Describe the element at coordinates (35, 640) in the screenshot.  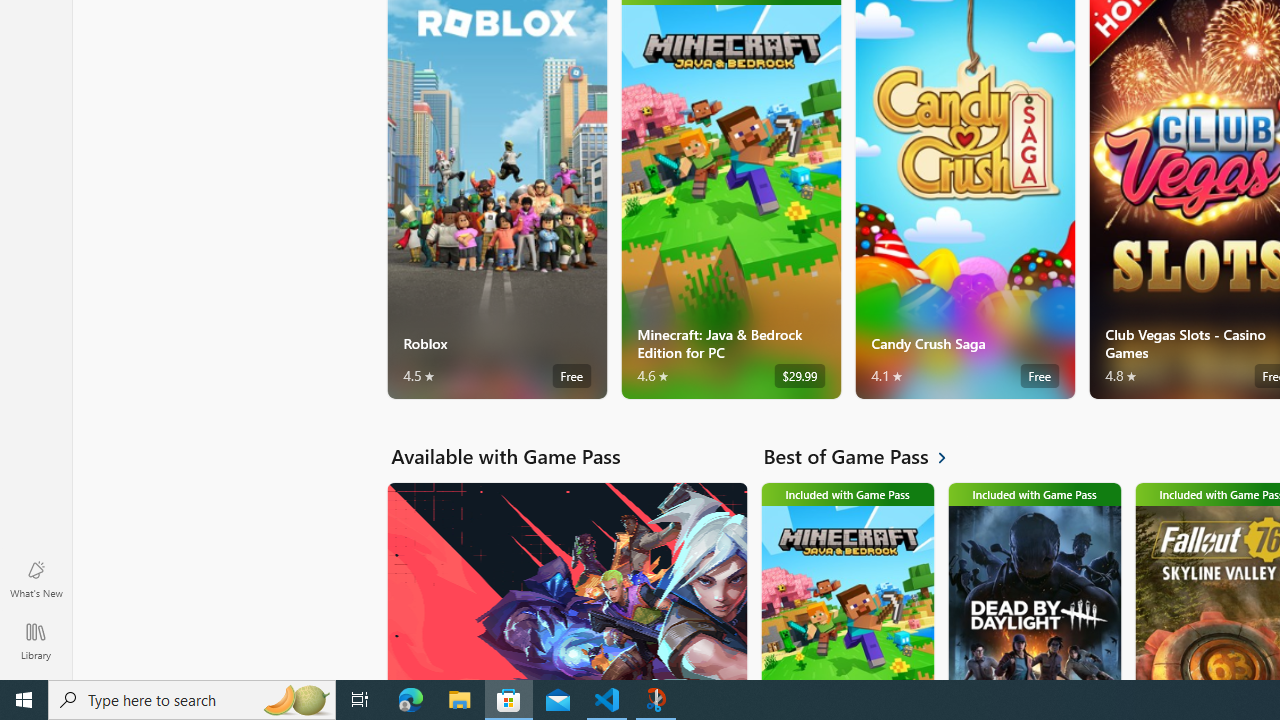
I see `'Library'` at that location.